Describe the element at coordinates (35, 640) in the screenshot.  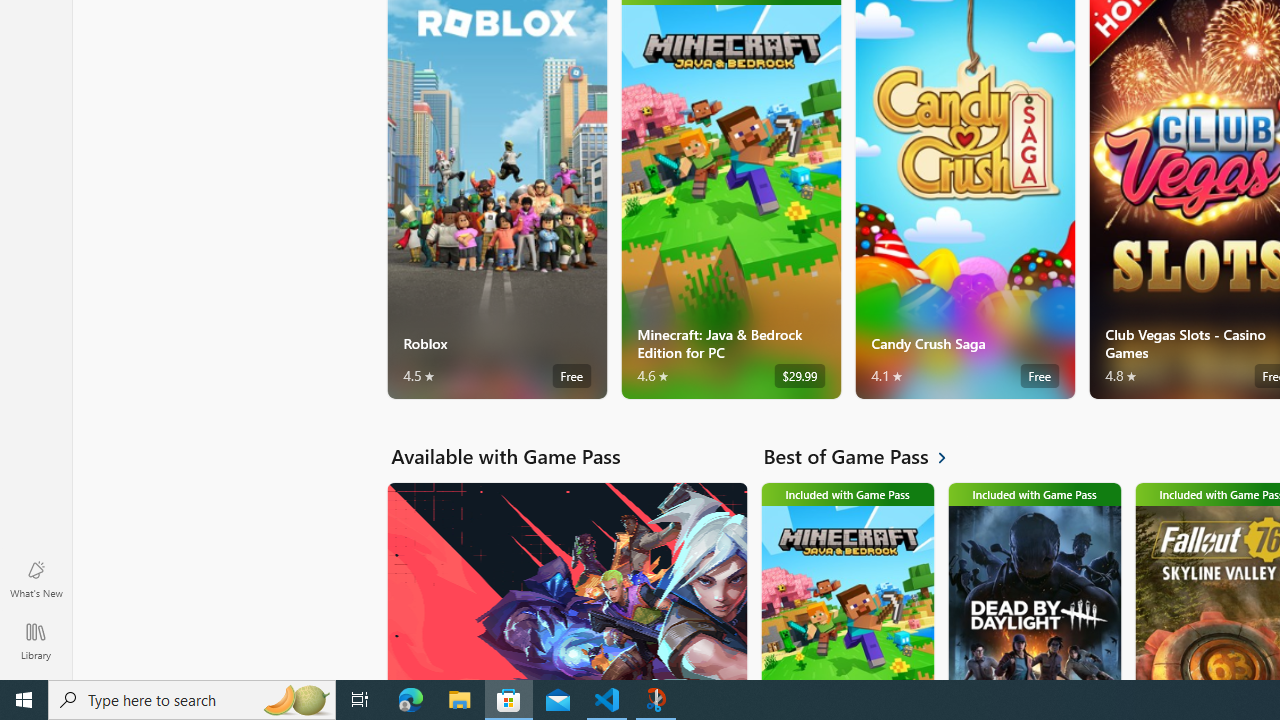
I see `'Library'` at that location.